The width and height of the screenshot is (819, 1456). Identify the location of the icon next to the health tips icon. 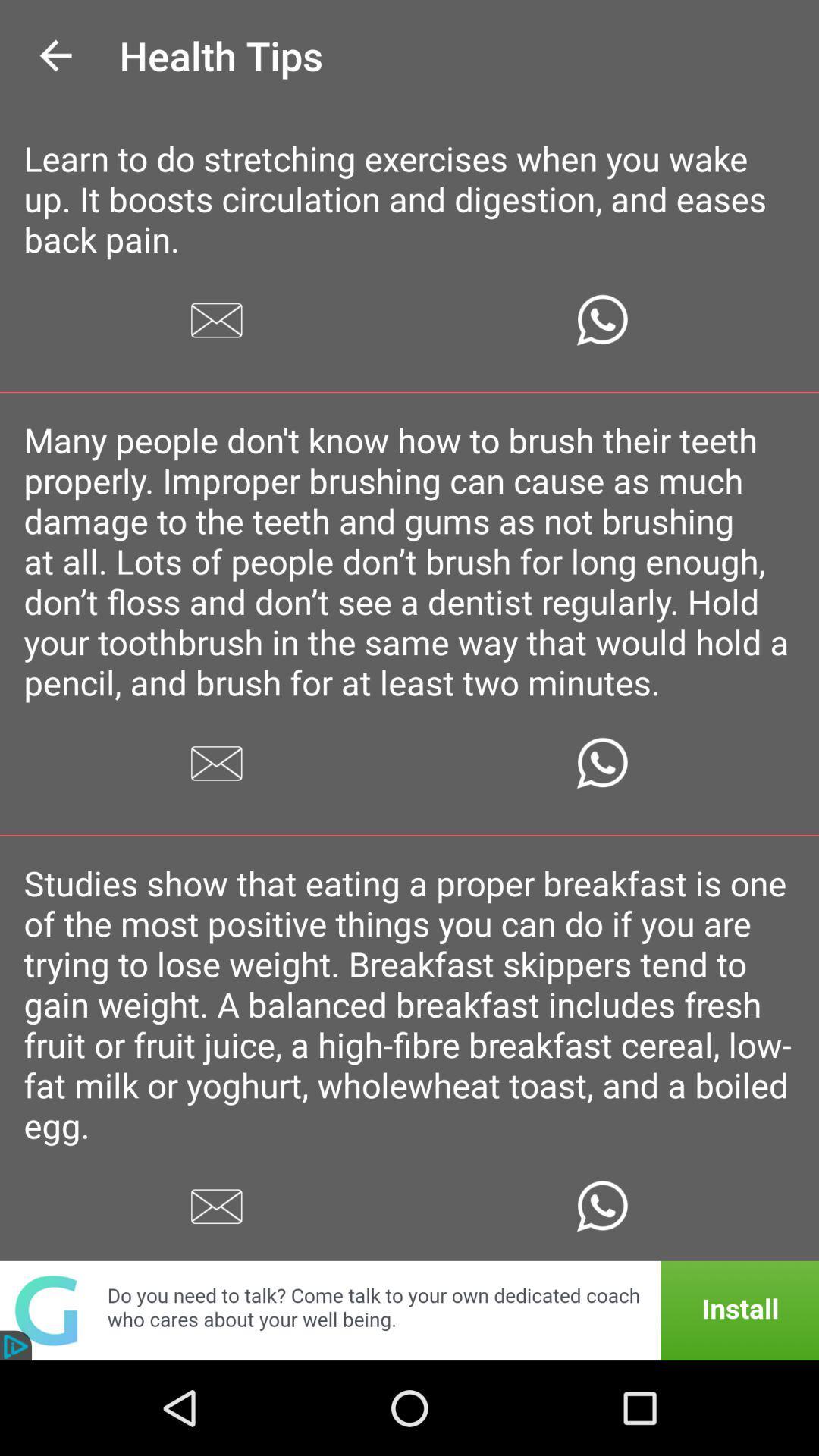
(55, 55).